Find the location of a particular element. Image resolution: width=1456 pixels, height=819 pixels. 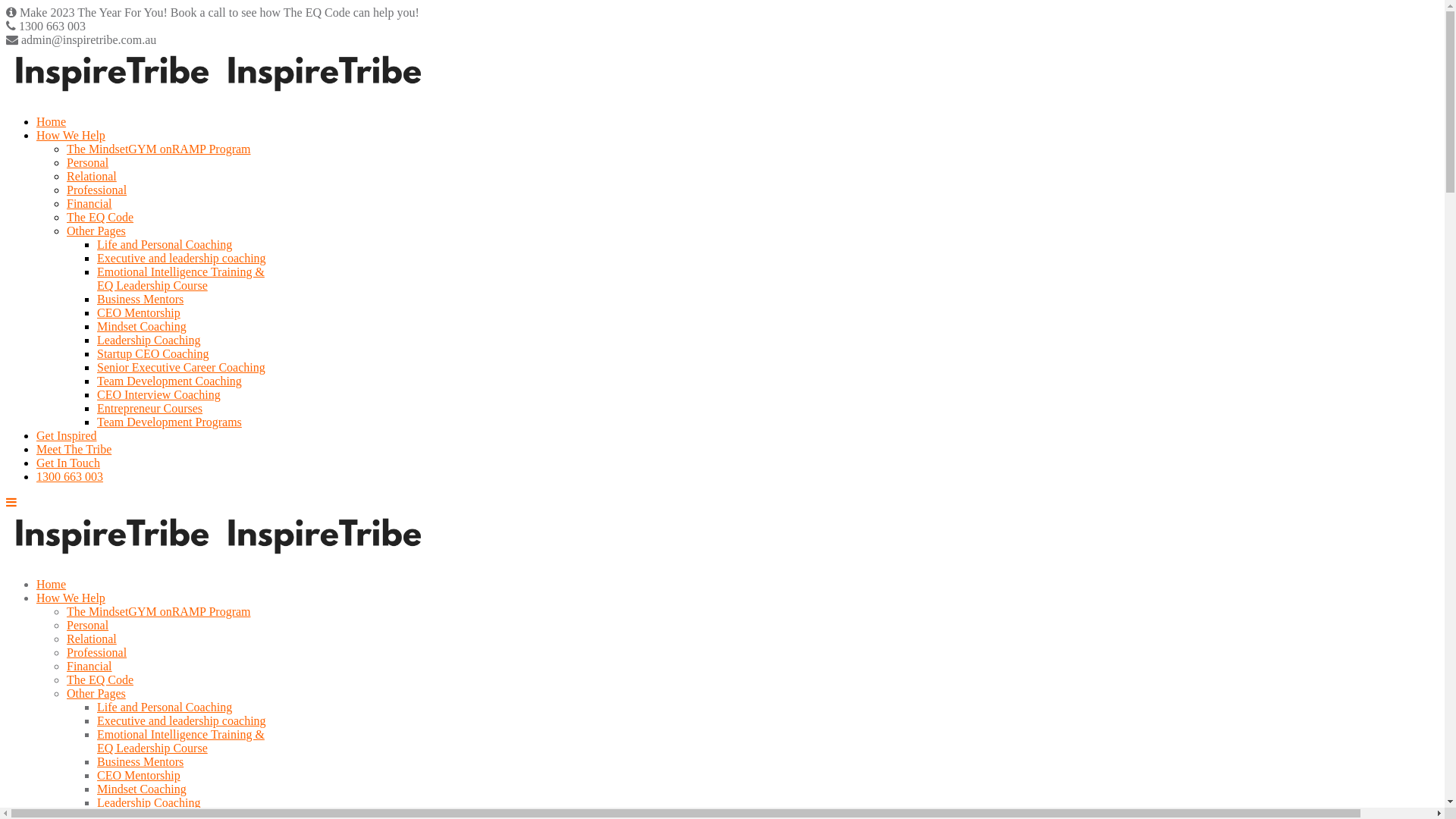

'Startup CEO Coaching' is located at coordinates (152, 353).